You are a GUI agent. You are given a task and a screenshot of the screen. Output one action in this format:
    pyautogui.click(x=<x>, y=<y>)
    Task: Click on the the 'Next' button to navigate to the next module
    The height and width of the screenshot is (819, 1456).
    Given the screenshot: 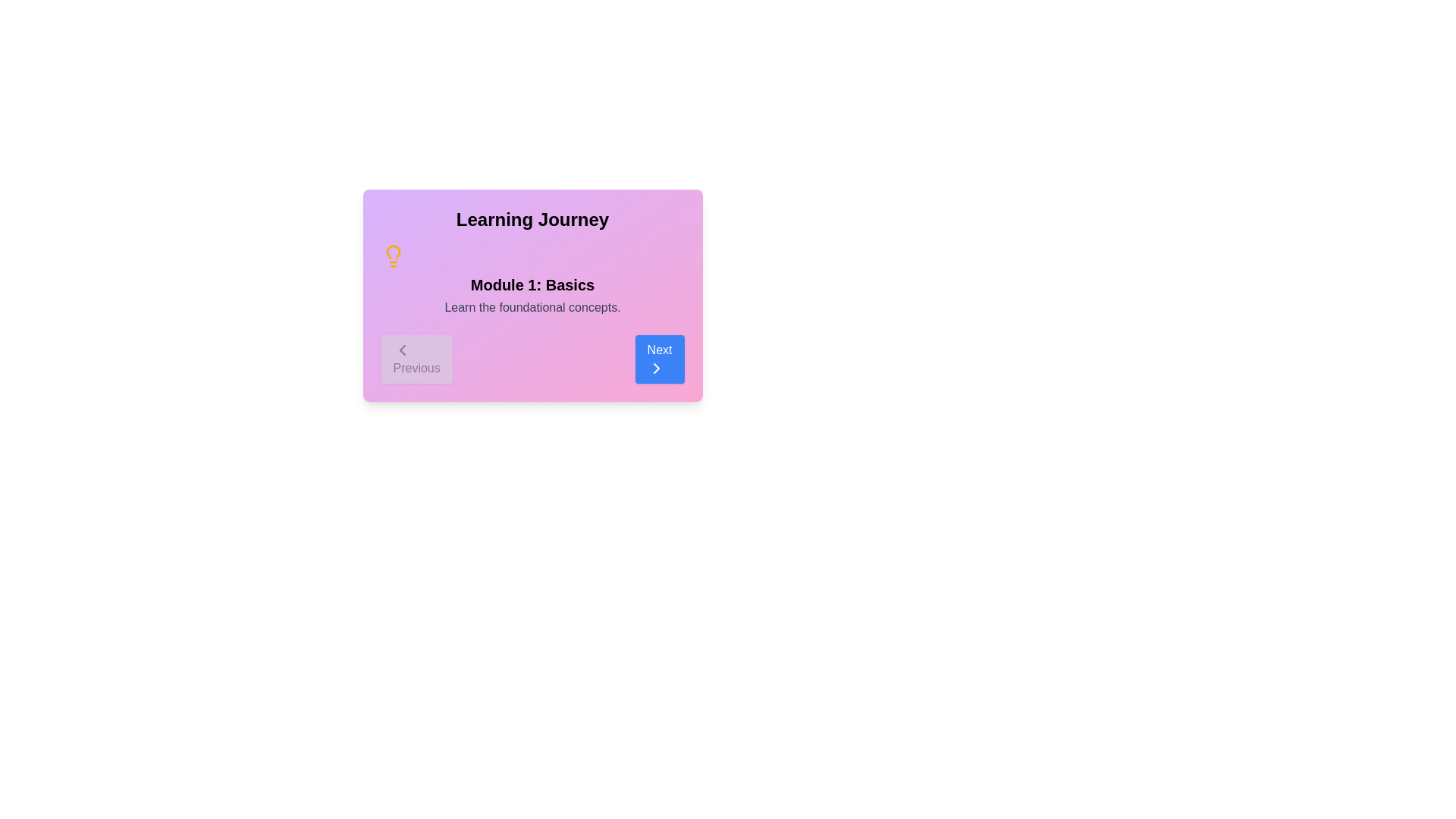 What is the action you would take?
    pyautogui.click(x=659, y=359)
    